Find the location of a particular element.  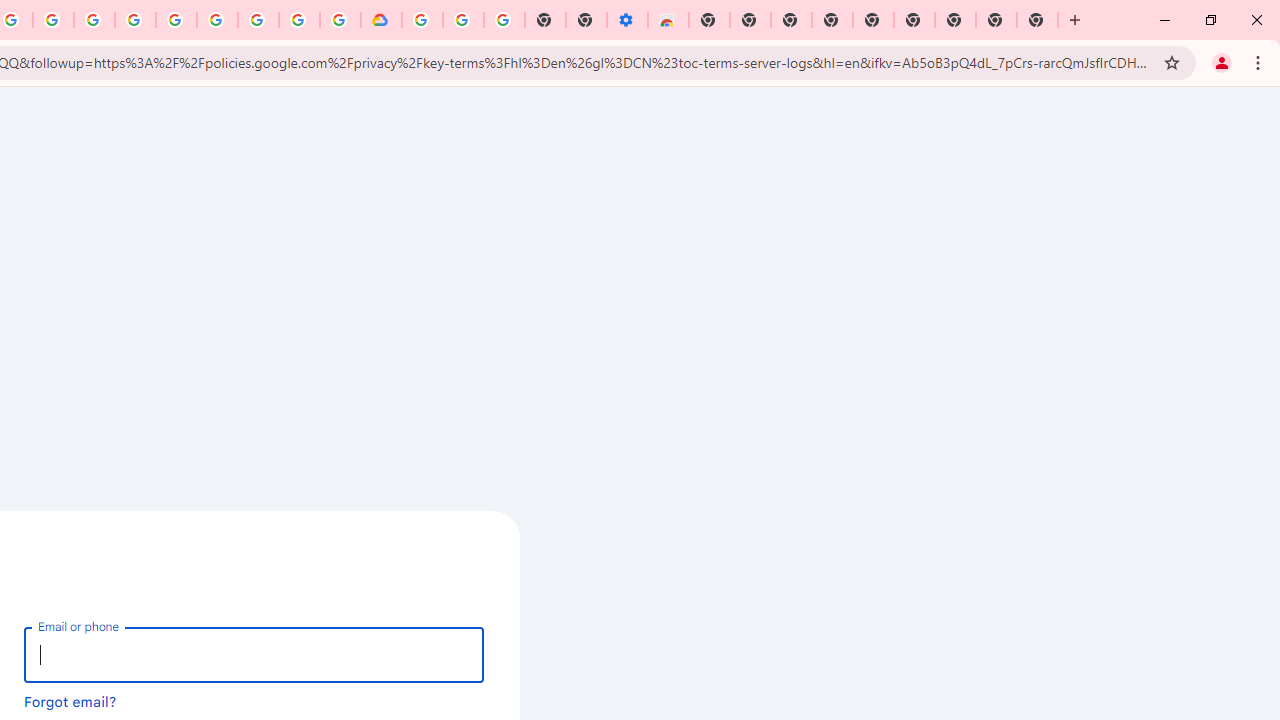

'Ad Settings' is located at coordinates (134, 20).